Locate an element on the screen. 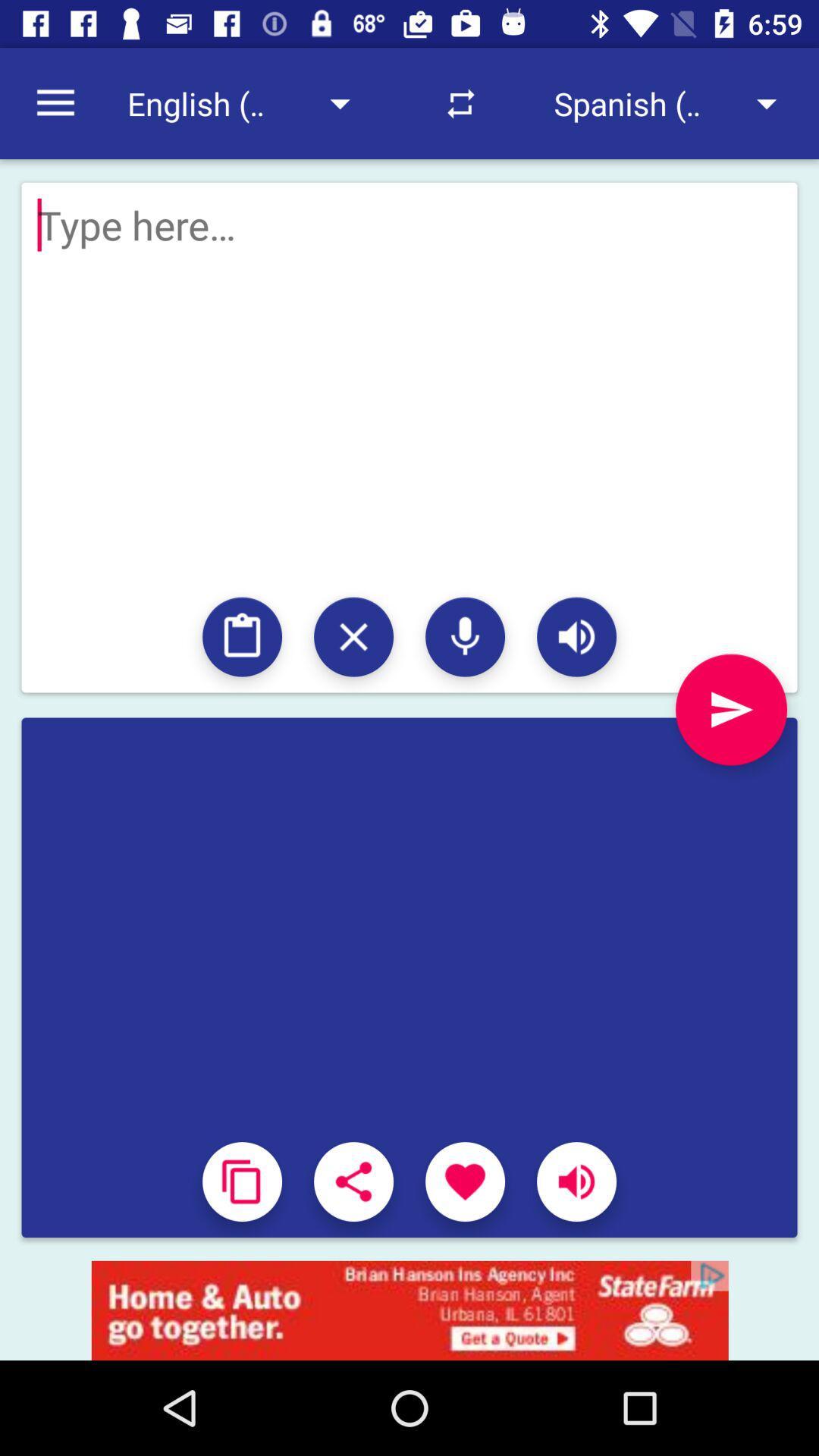 Image resolution: width=819 pixels, height=1456 pixels. paste from clipboard is located at coordinates (241, 637).